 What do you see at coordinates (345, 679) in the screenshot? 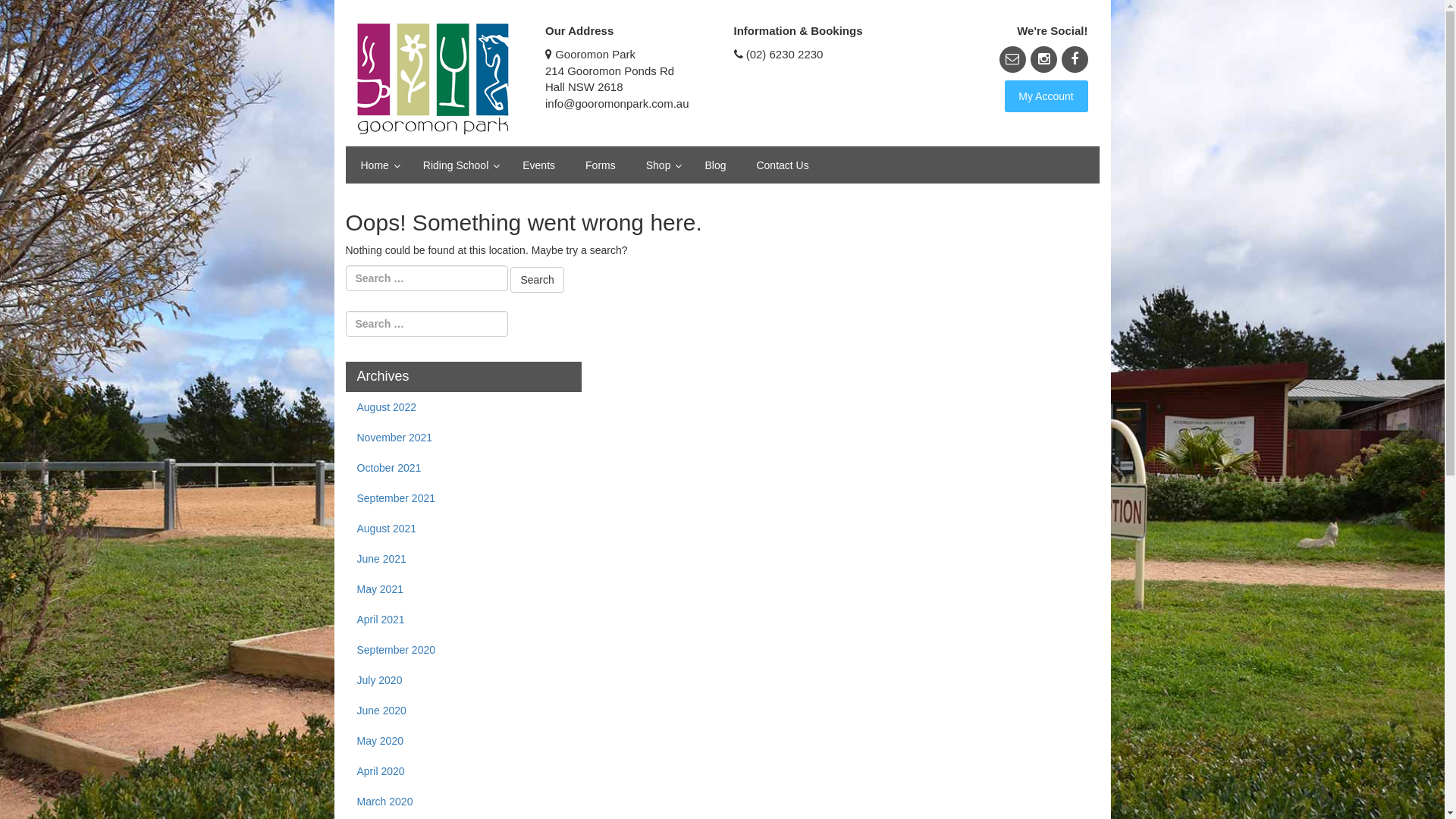
I see `'July 2020'` at bounding box center [345, 679].